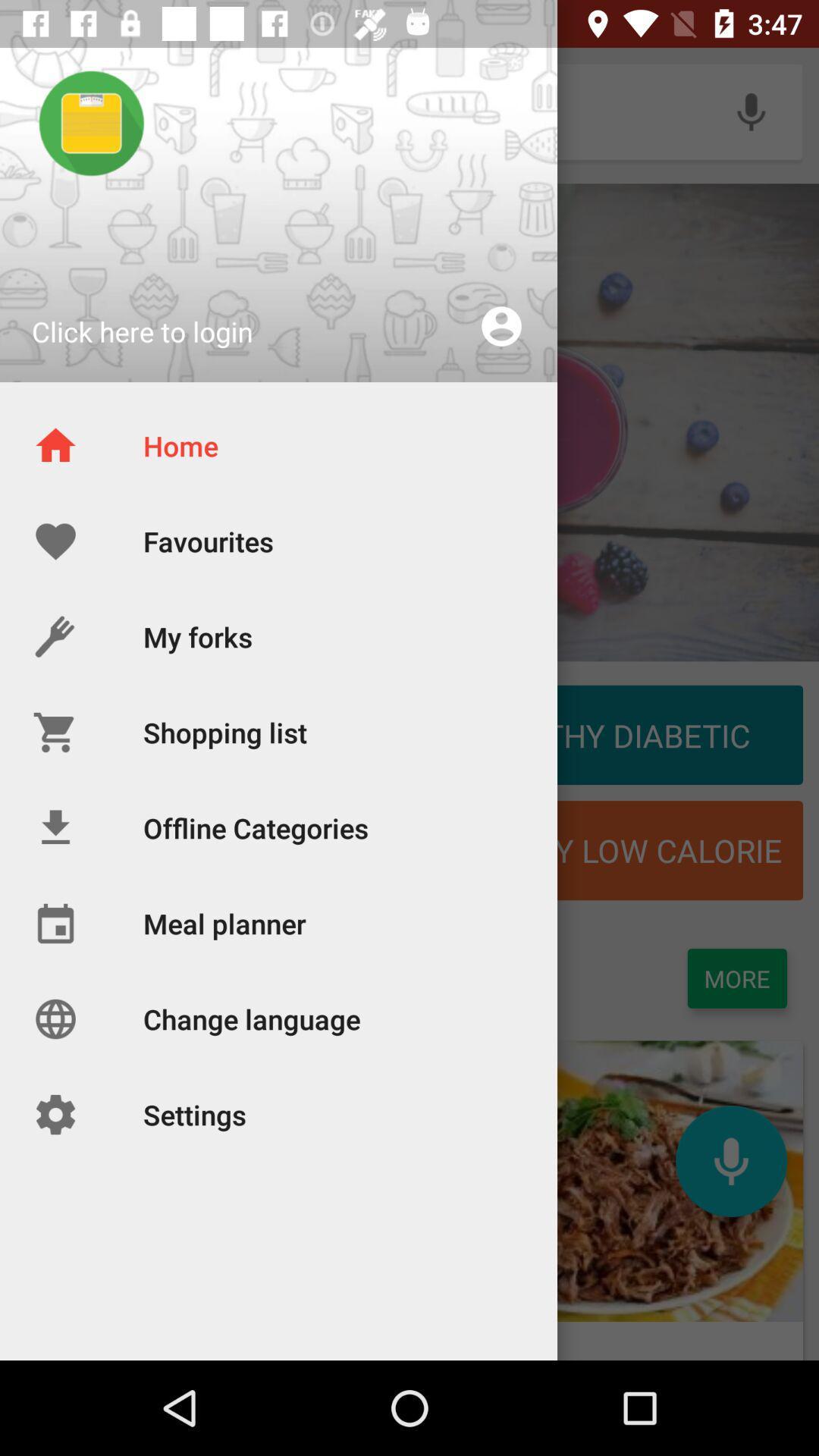  I want to click on the voice recorder icon, so click(752, 111).